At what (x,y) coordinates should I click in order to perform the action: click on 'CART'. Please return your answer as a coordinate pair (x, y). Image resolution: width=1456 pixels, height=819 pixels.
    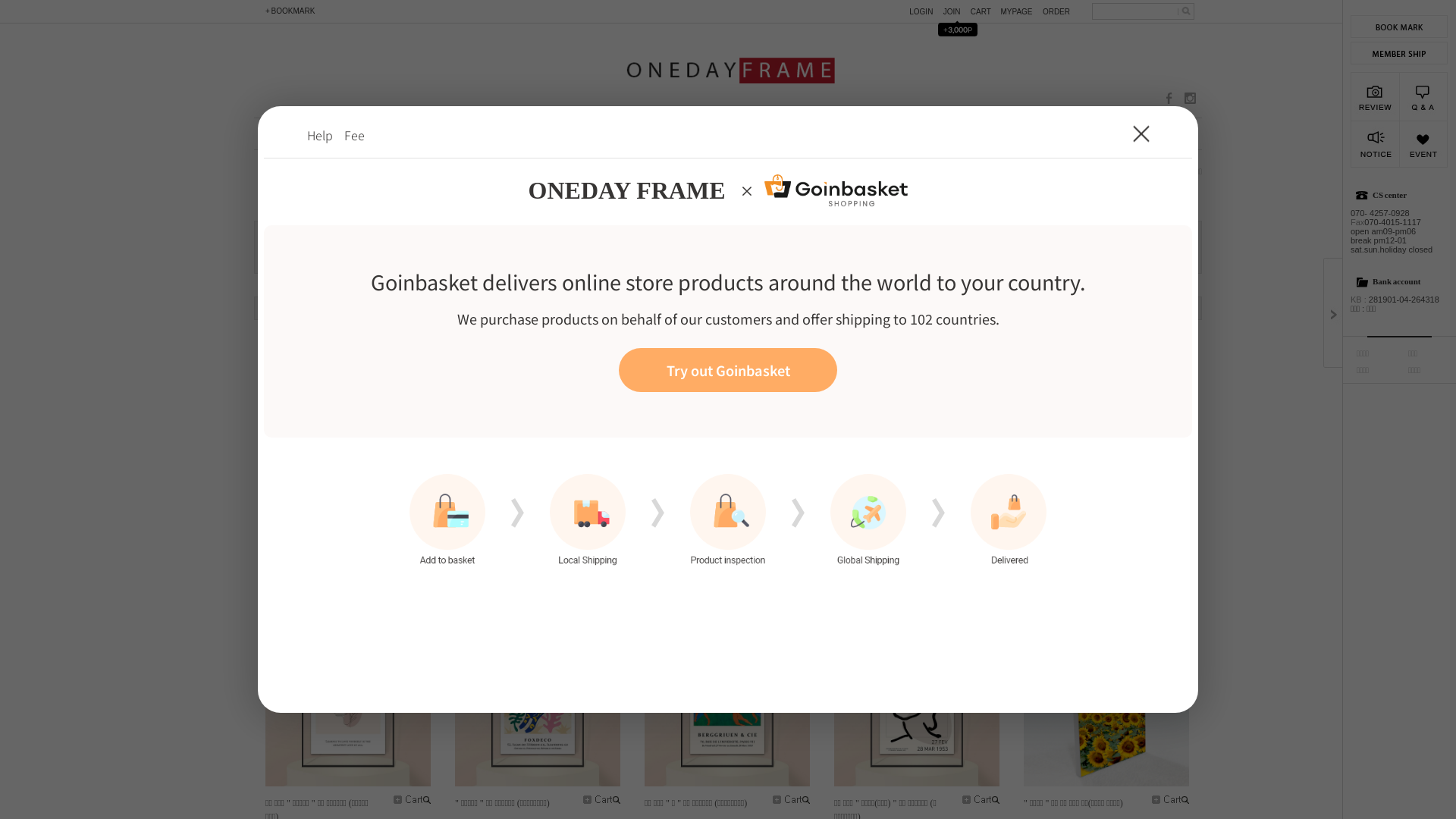
    Looking at the image, I should click on (986, 11).